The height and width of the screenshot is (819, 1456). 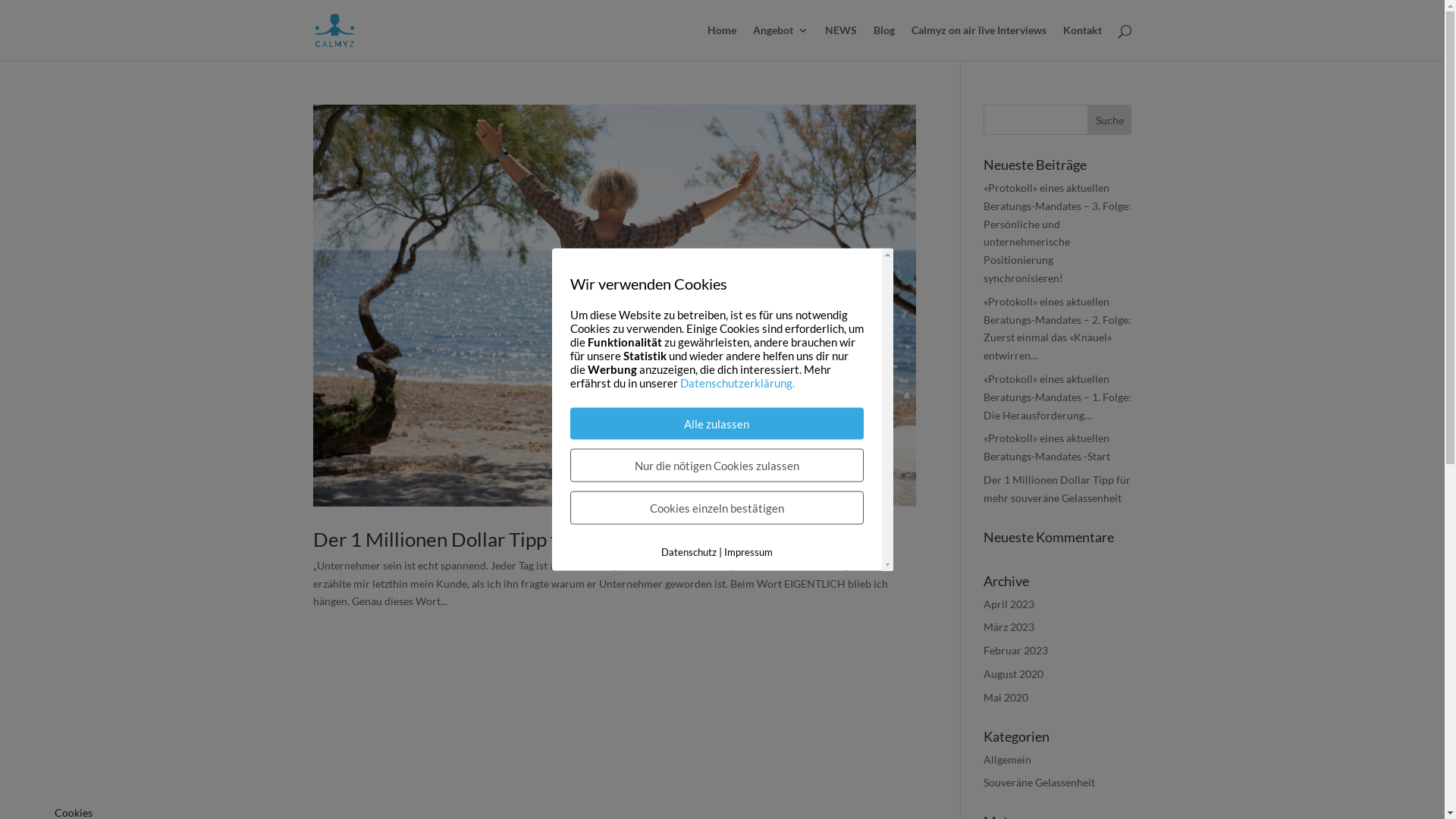 What do you see at coordinates (884, 42) in the screenshot?
I see `'Blog'` at bounding box center [884, 42].